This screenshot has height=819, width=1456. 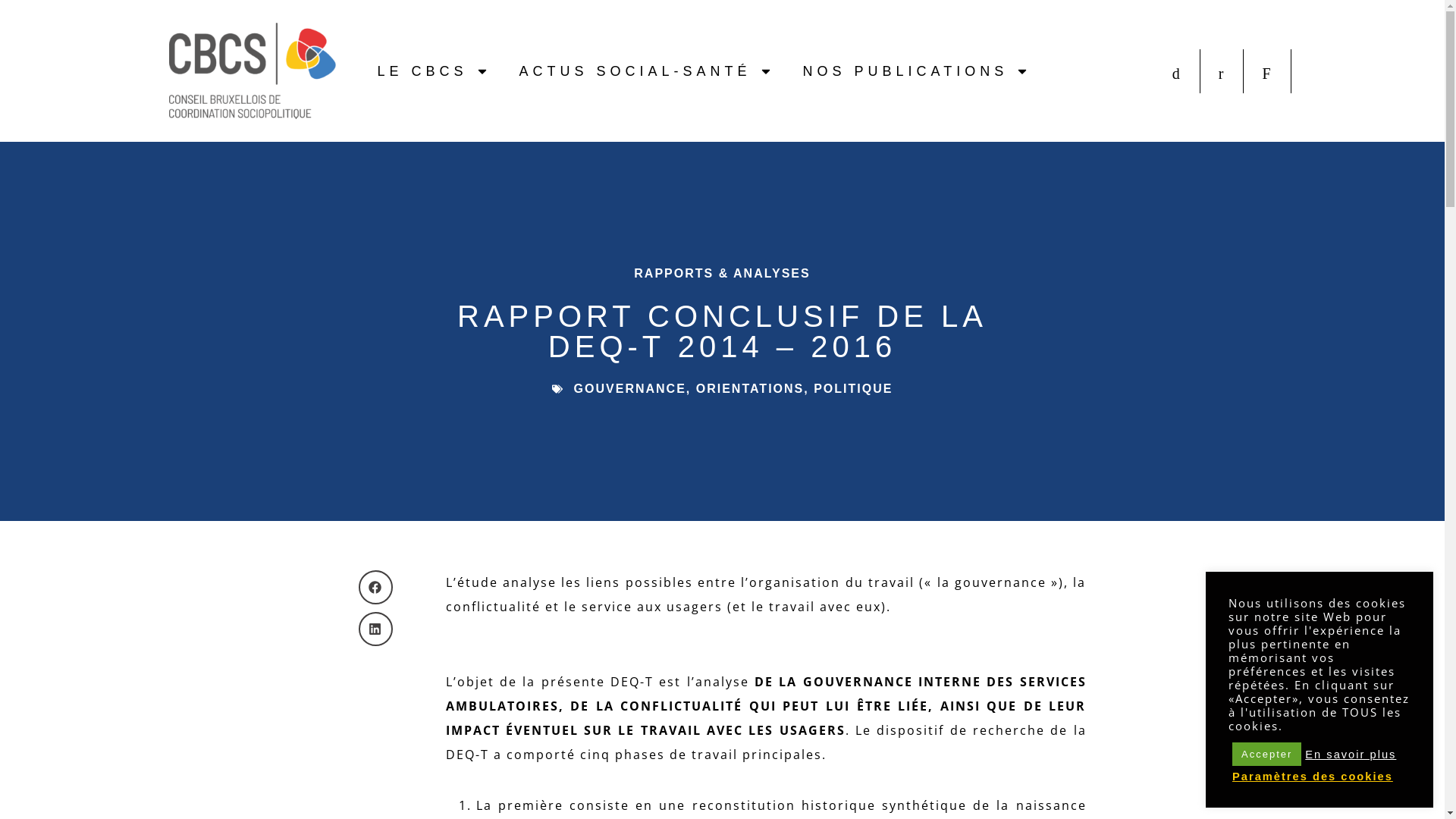 What do you see at coordinates (431, 71) in the screenshot?
I see `'LE CBCS'` at bounding box center [431, 71].